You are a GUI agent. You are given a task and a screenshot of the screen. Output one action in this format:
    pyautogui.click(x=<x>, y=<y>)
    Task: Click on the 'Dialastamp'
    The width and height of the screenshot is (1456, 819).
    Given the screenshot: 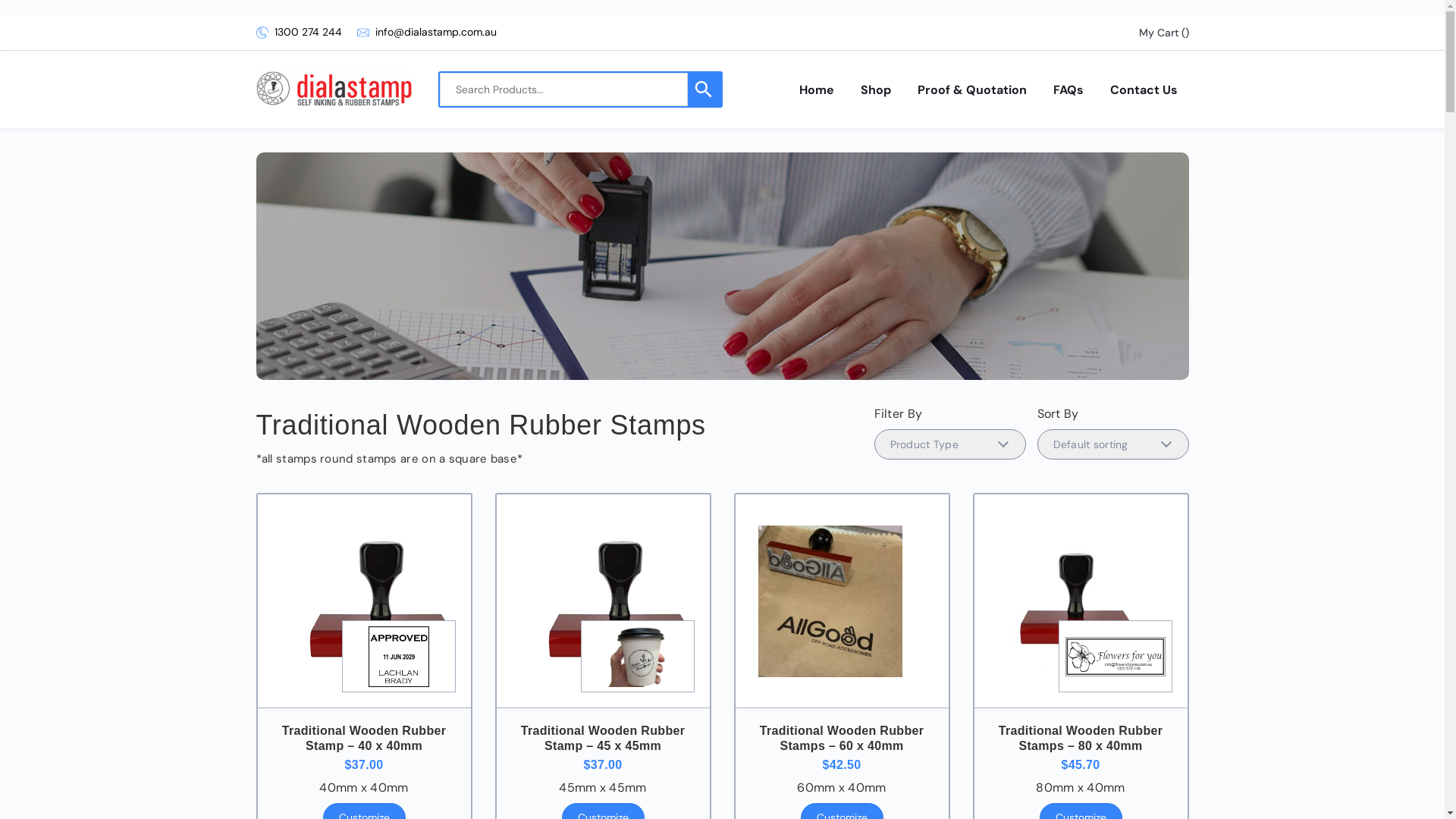 What is the action you would take?
    pyautogui.click(x=333, y=89)
    